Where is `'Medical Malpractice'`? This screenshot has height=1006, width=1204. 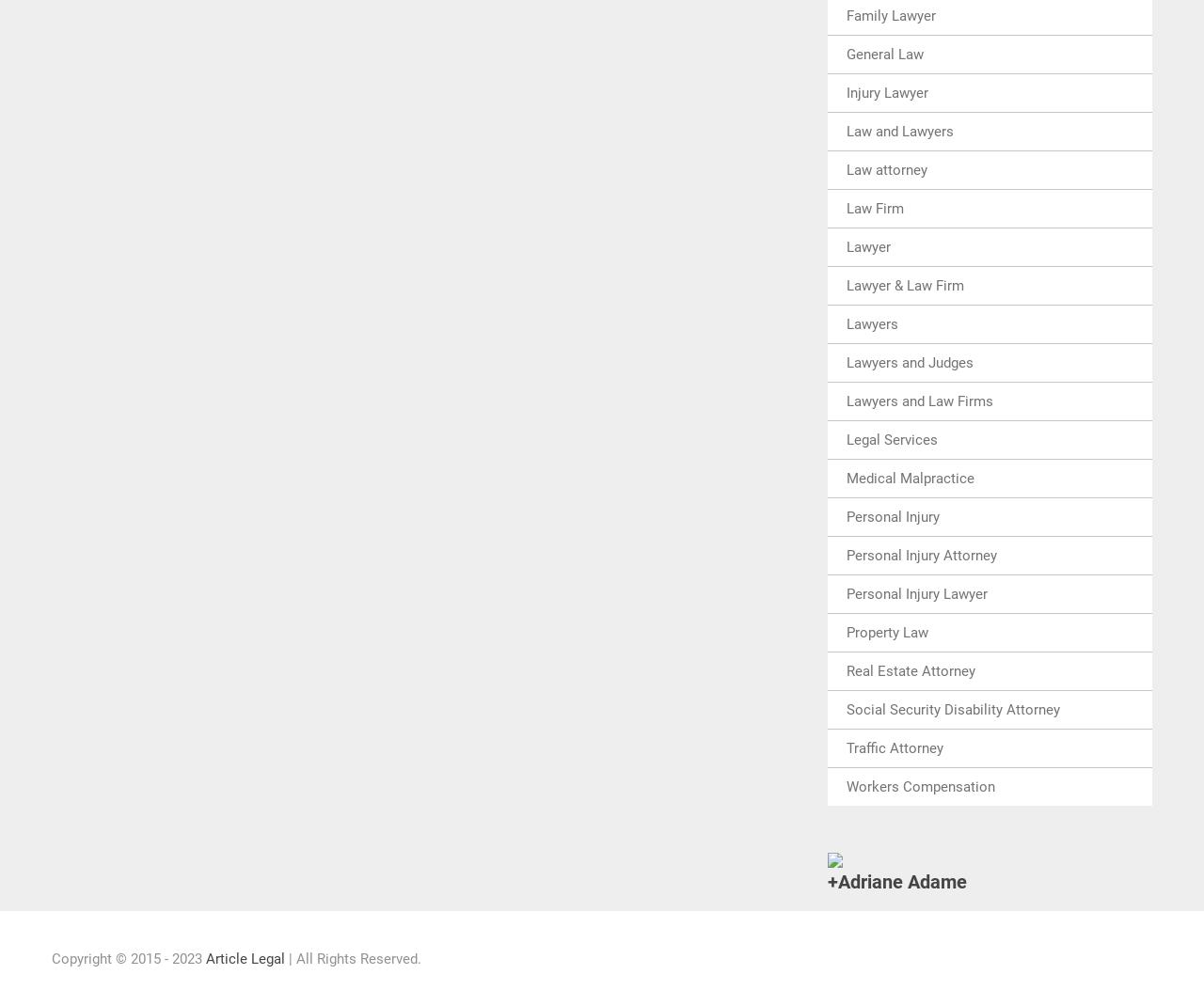
'Medical Malpractice' is located at coordinates (910, 478).